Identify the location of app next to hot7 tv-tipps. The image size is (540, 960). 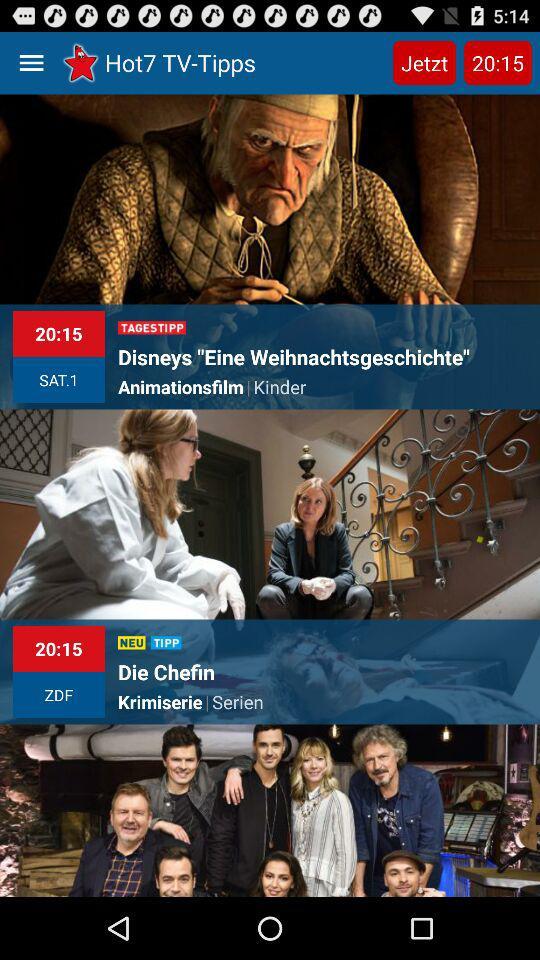
(423, 62).